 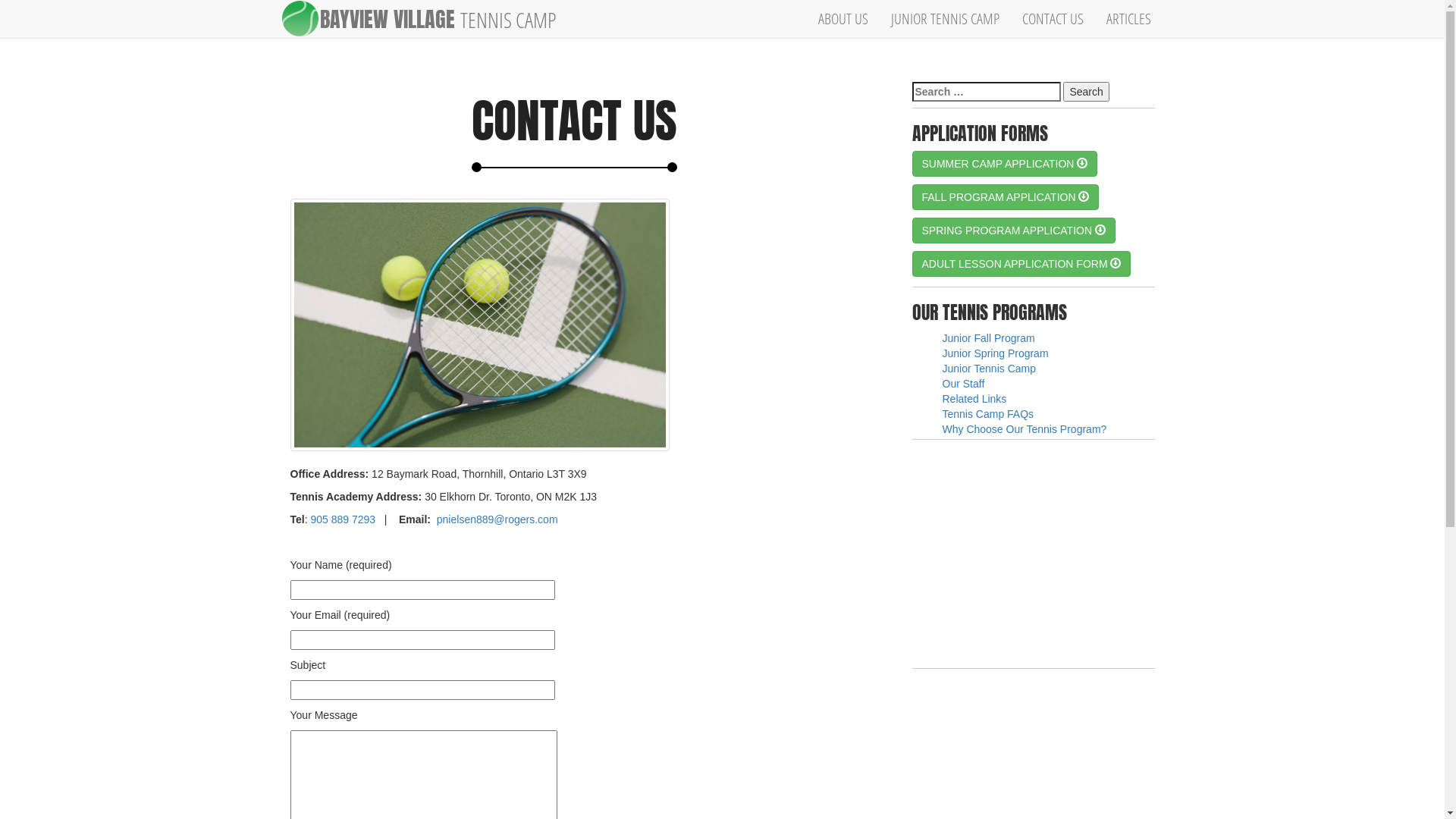 I want to click on 'Junior Fall Program', so click(x=941, y=337).